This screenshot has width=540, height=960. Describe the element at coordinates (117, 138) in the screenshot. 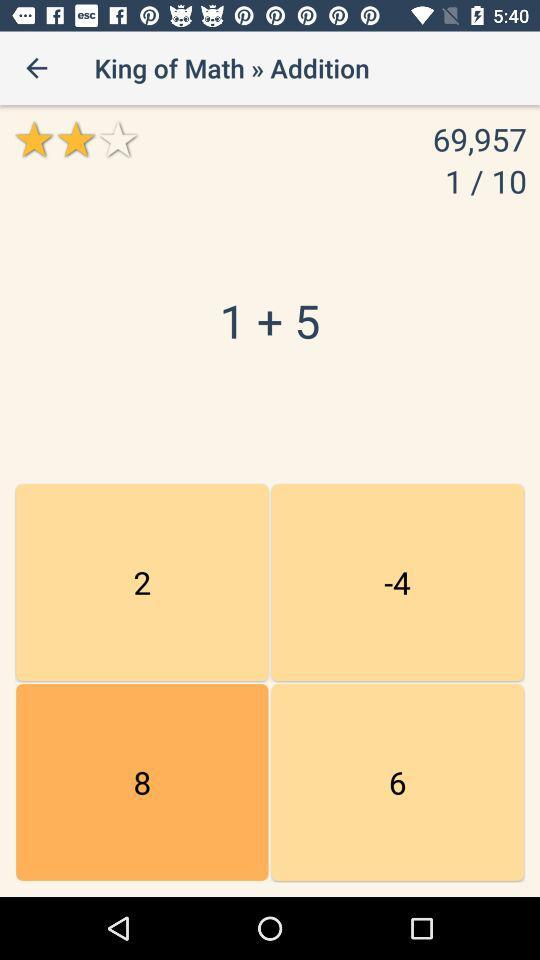

I see `the unmarked star on the page` at that location.